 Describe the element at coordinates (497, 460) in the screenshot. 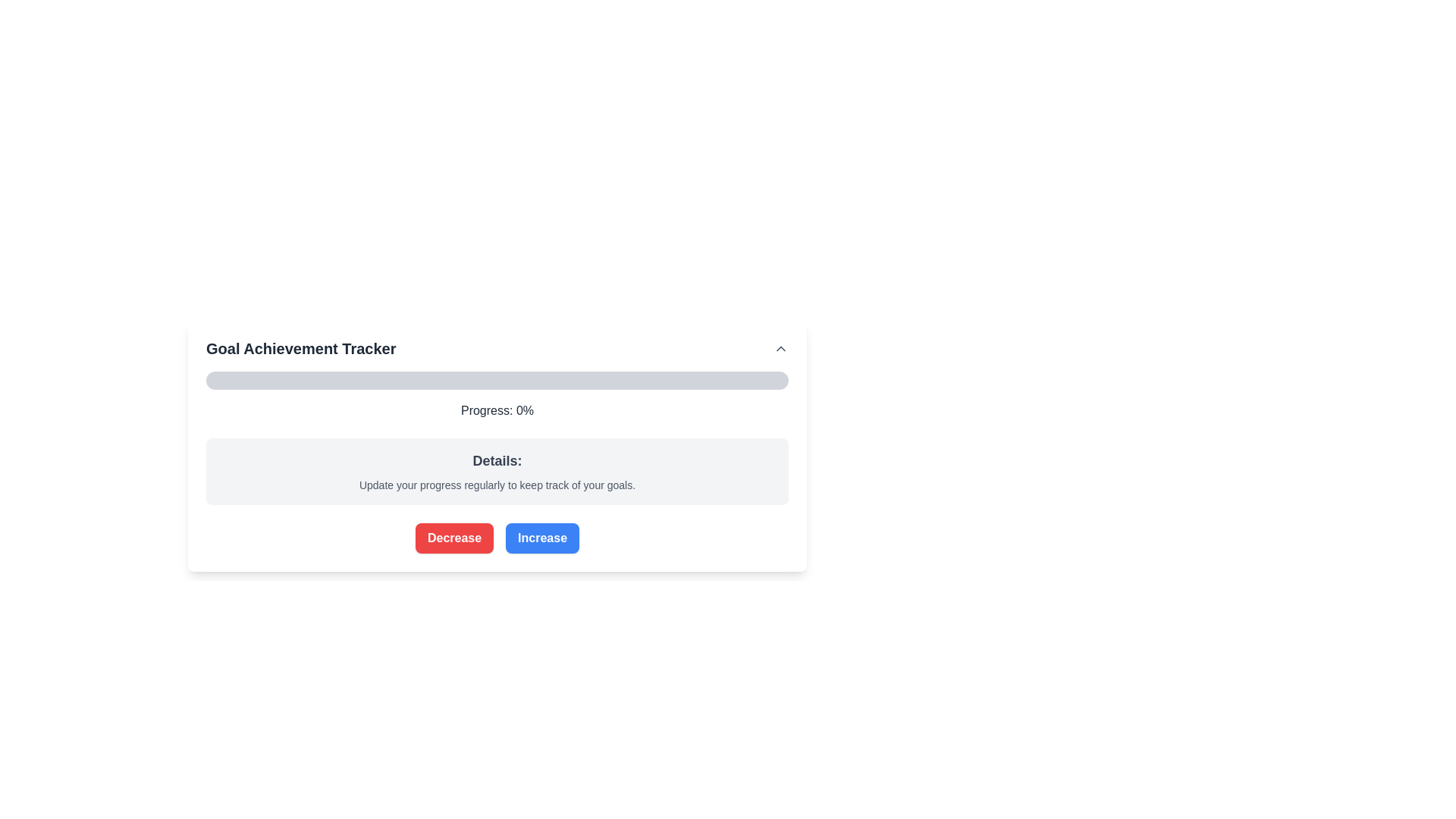

I see `the text label that serves as a title or label for the information block, located above the text 'Update your progress regularly to keep track of your goals.' and centered under the 'Progress: 0%' section` at that location.